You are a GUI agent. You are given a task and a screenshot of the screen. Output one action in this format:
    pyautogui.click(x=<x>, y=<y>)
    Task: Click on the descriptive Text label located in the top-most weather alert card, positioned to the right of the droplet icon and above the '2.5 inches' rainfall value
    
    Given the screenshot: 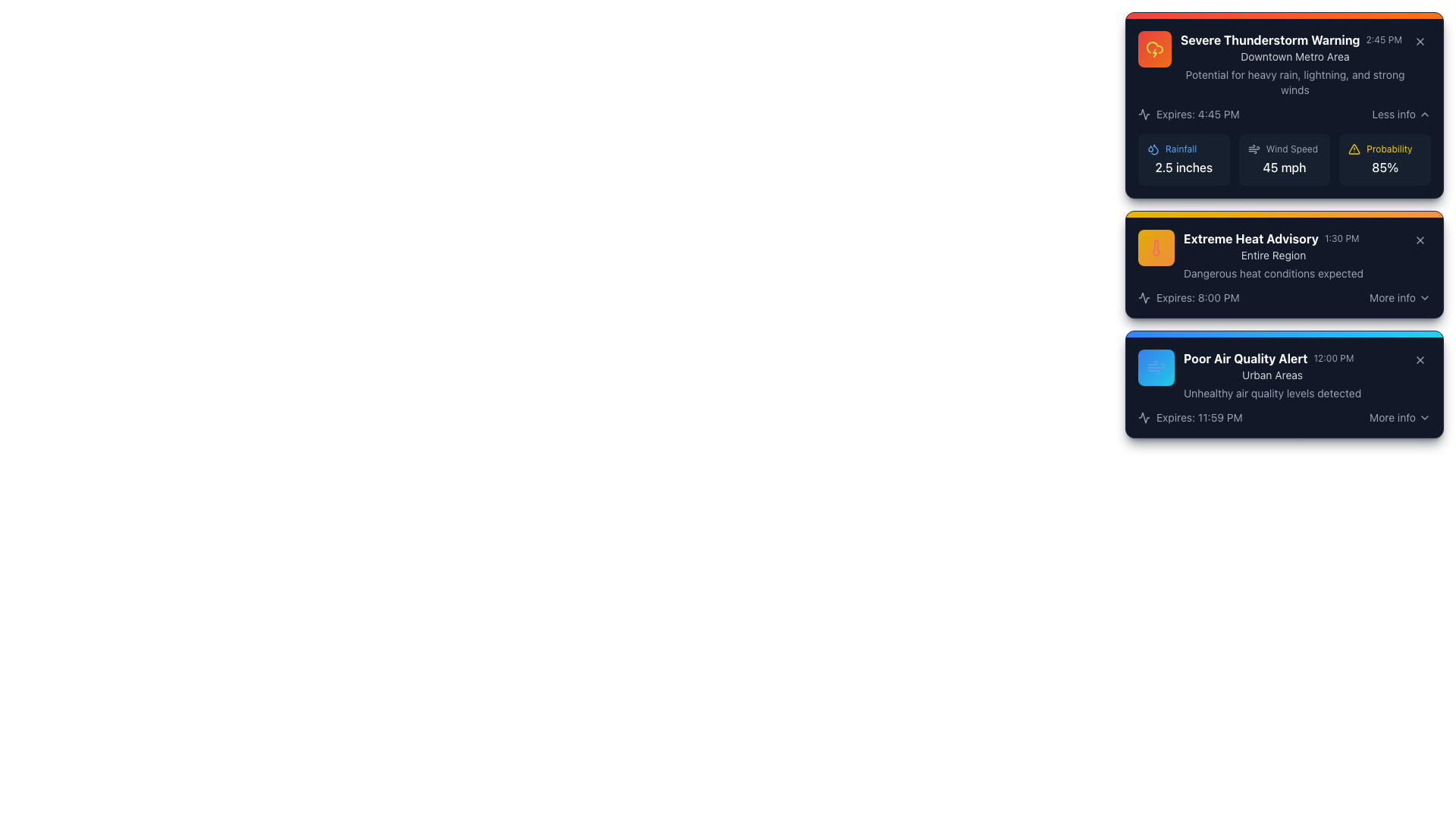 What is the action you would take?
    pyautogui.click(x=1180, y=149)
    